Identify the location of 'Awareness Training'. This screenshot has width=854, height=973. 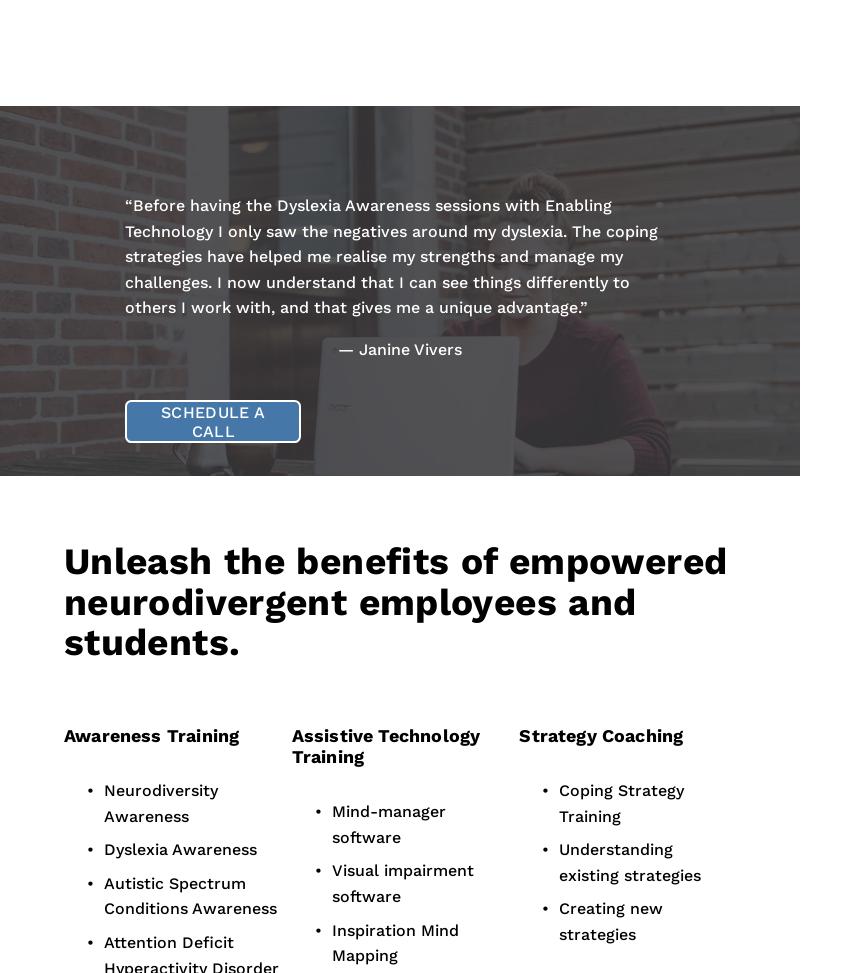
(62, 734).